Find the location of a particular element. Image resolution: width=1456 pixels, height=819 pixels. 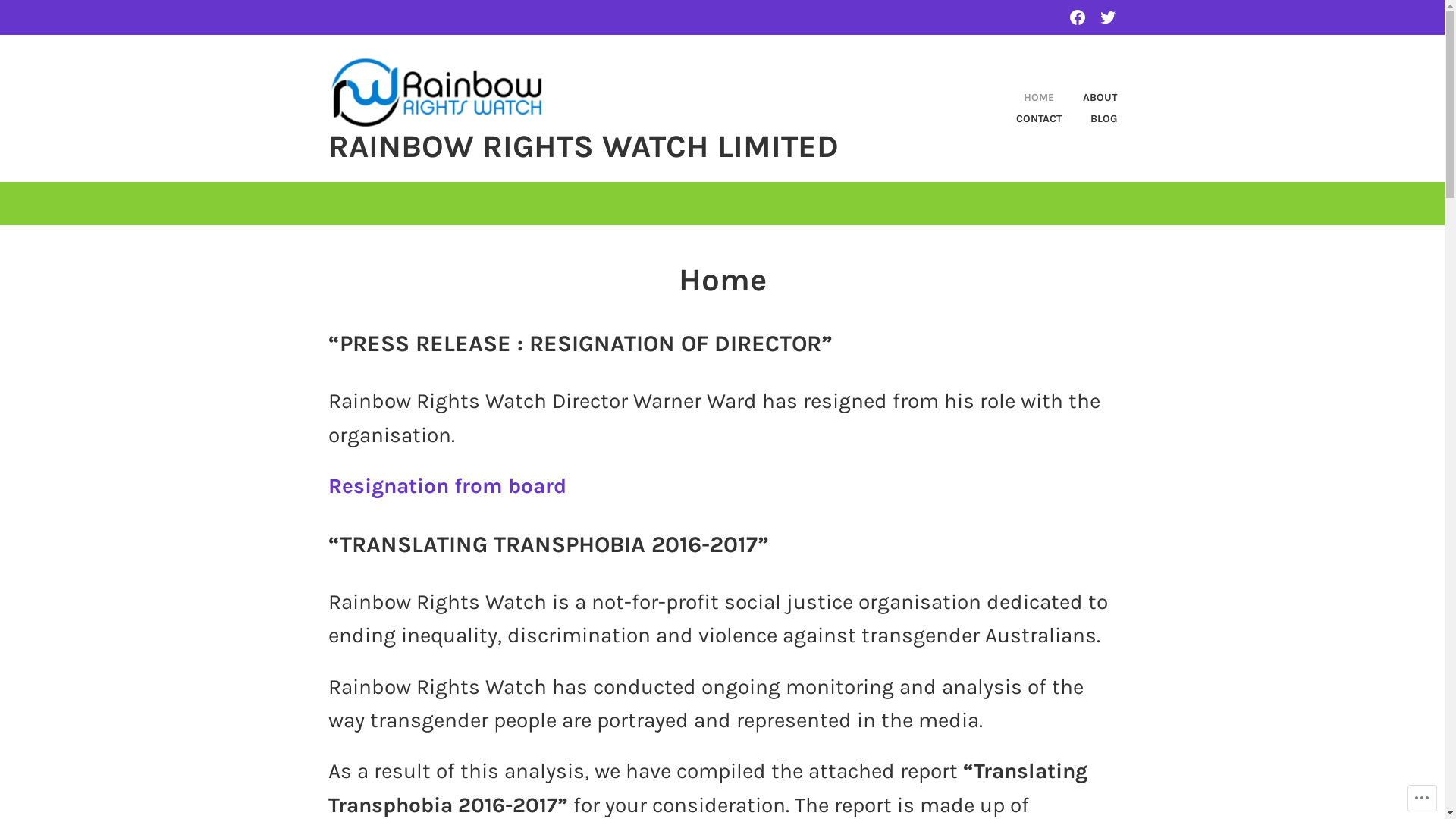

'ABOUT' is located at coordinates (1056, 97).